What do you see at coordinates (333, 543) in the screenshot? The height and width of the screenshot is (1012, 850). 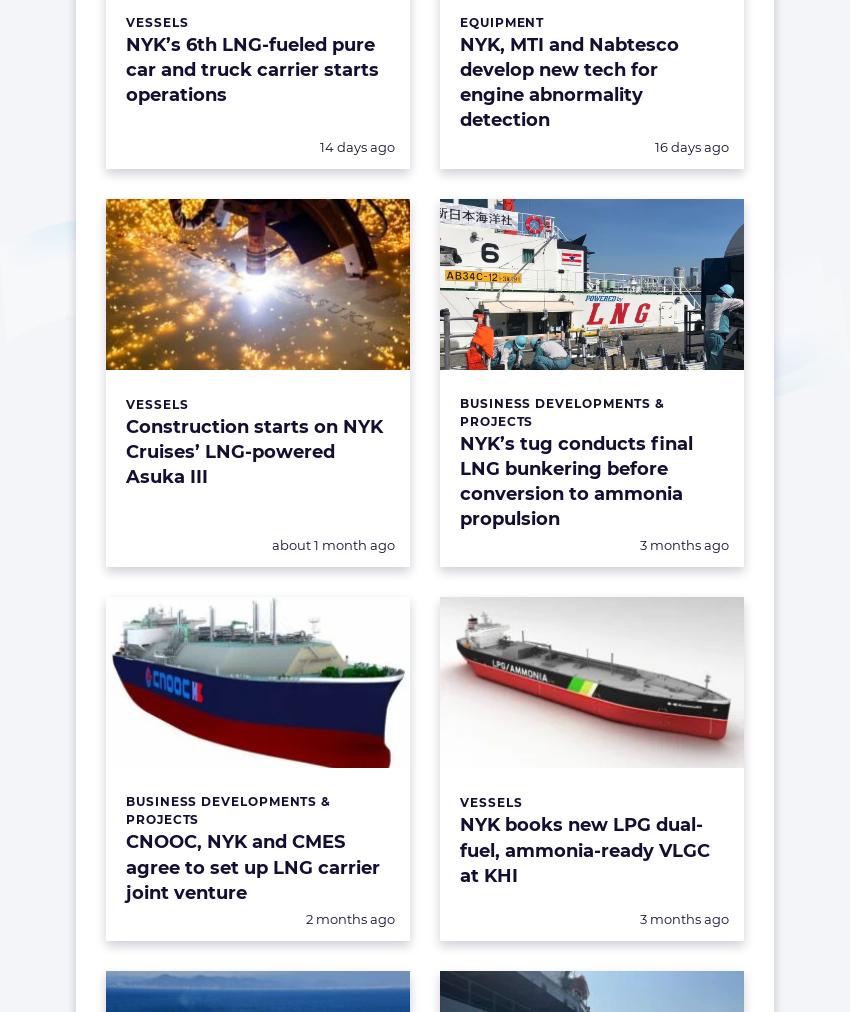 I see `'about 1 month ago'` at bounding box center [333, 543].